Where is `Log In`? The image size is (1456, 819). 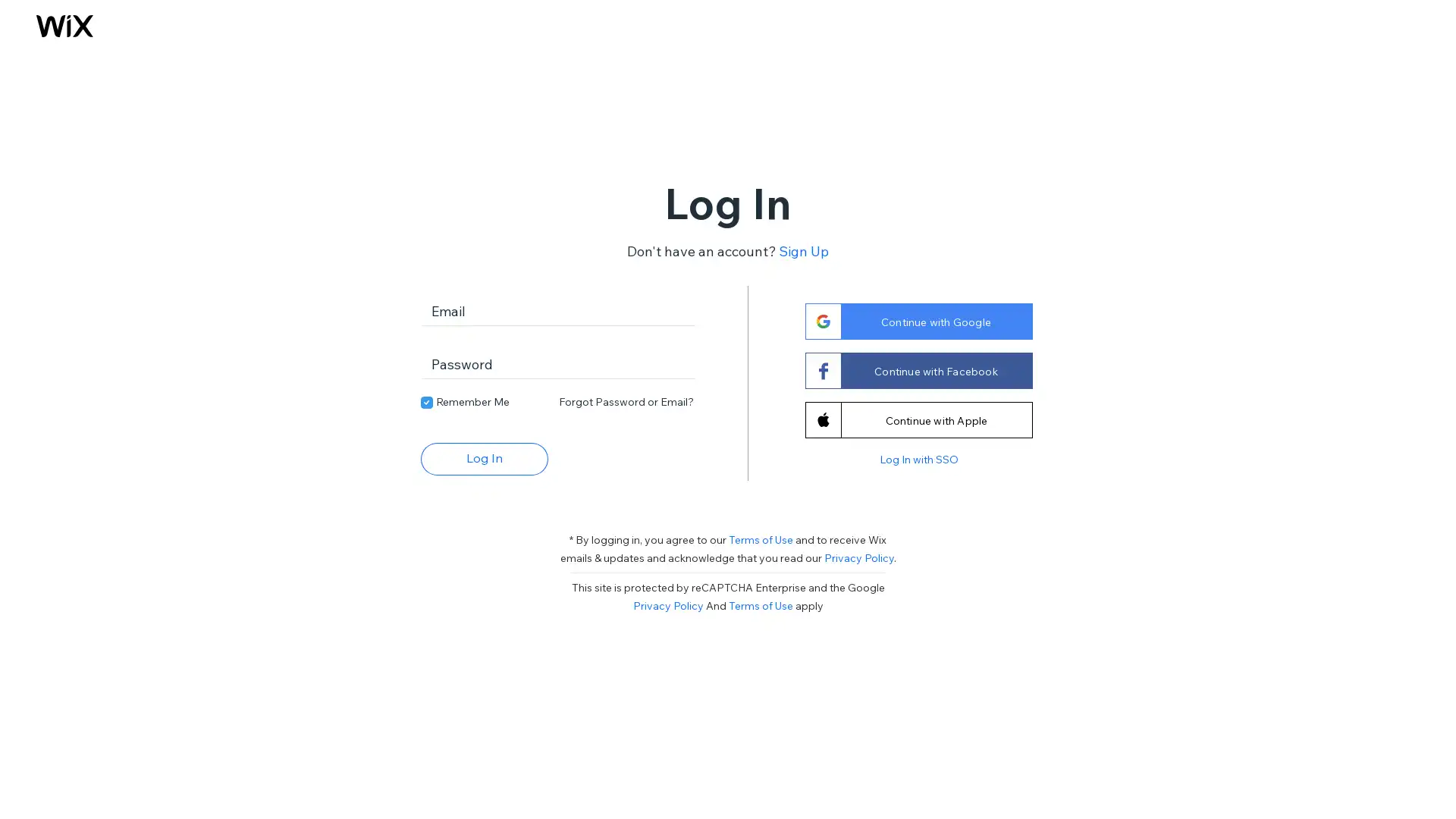 Log In is located at coordinates (483, 457).